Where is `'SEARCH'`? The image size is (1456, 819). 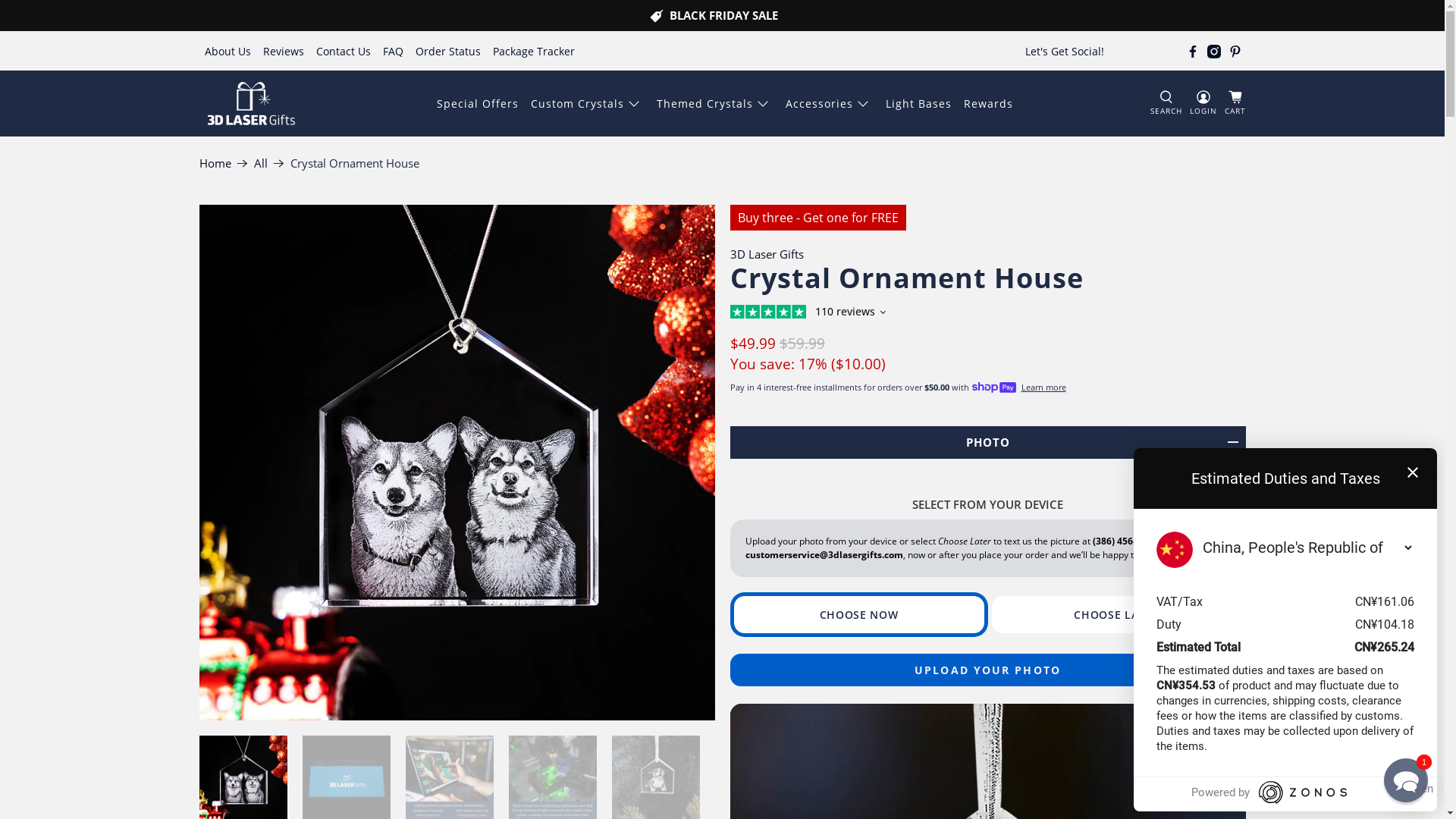 'SEARCH' is located at coordinates (1165, 102).